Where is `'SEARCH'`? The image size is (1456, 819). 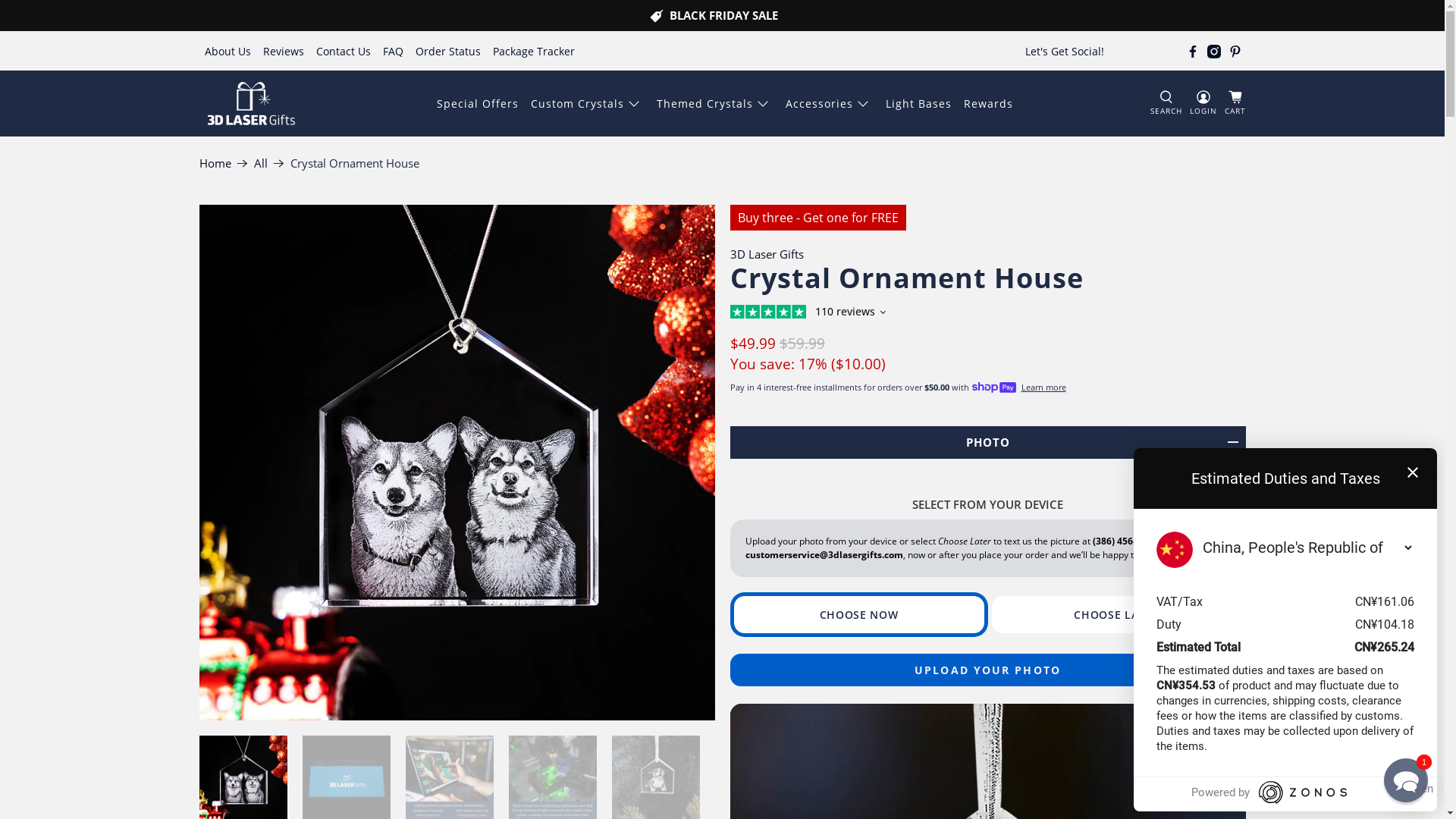 'SEARCH' is located at coordinates (1165, 102).